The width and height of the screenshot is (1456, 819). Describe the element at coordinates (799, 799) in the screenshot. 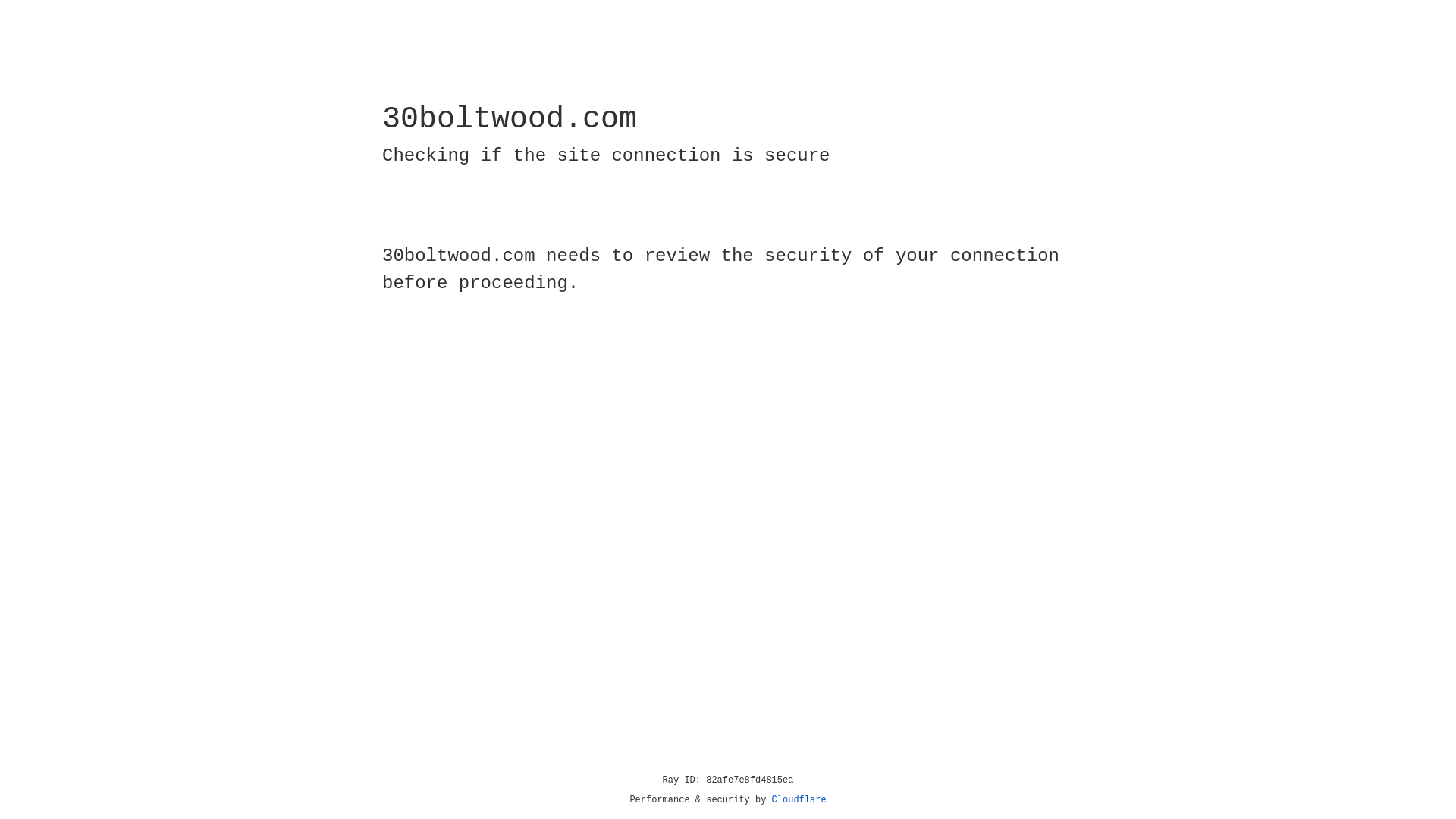

I see `'Cloudflare'` at that location.